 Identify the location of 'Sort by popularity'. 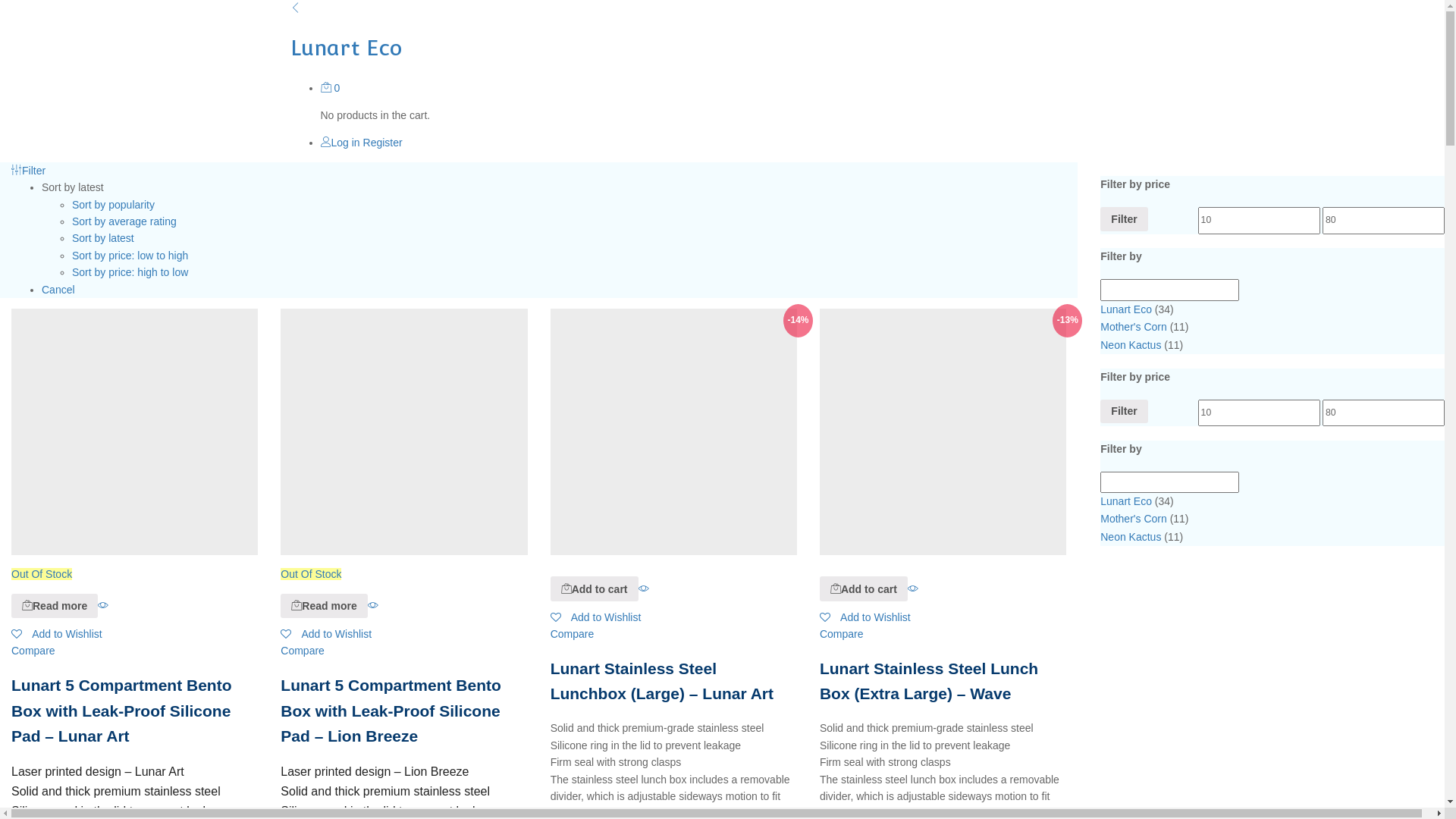
(112, 205).